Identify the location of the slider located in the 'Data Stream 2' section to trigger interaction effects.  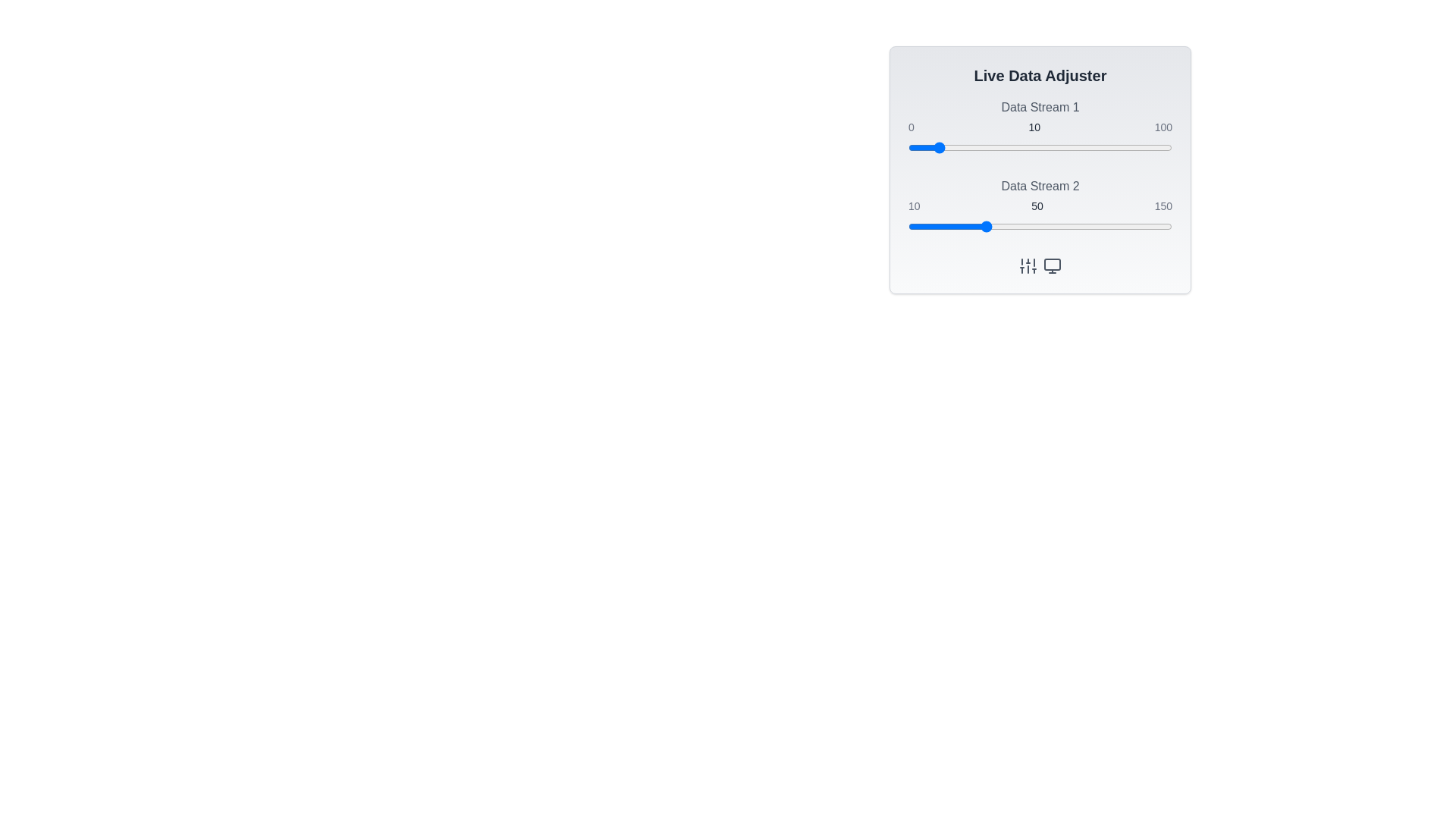
(1040, 227).